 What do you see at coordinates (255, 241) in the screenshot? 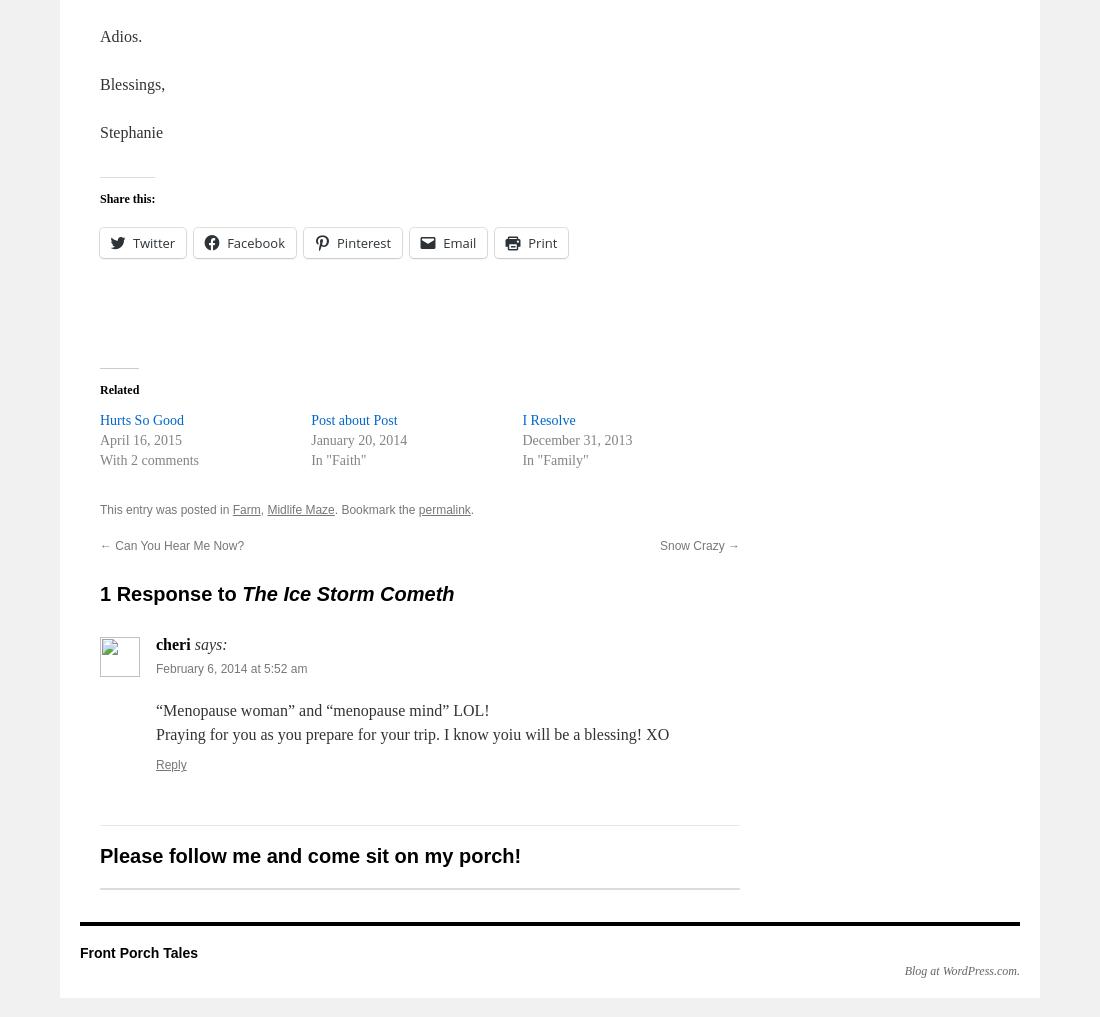
I see `'Facebook'` at bounding box center [255, 241].